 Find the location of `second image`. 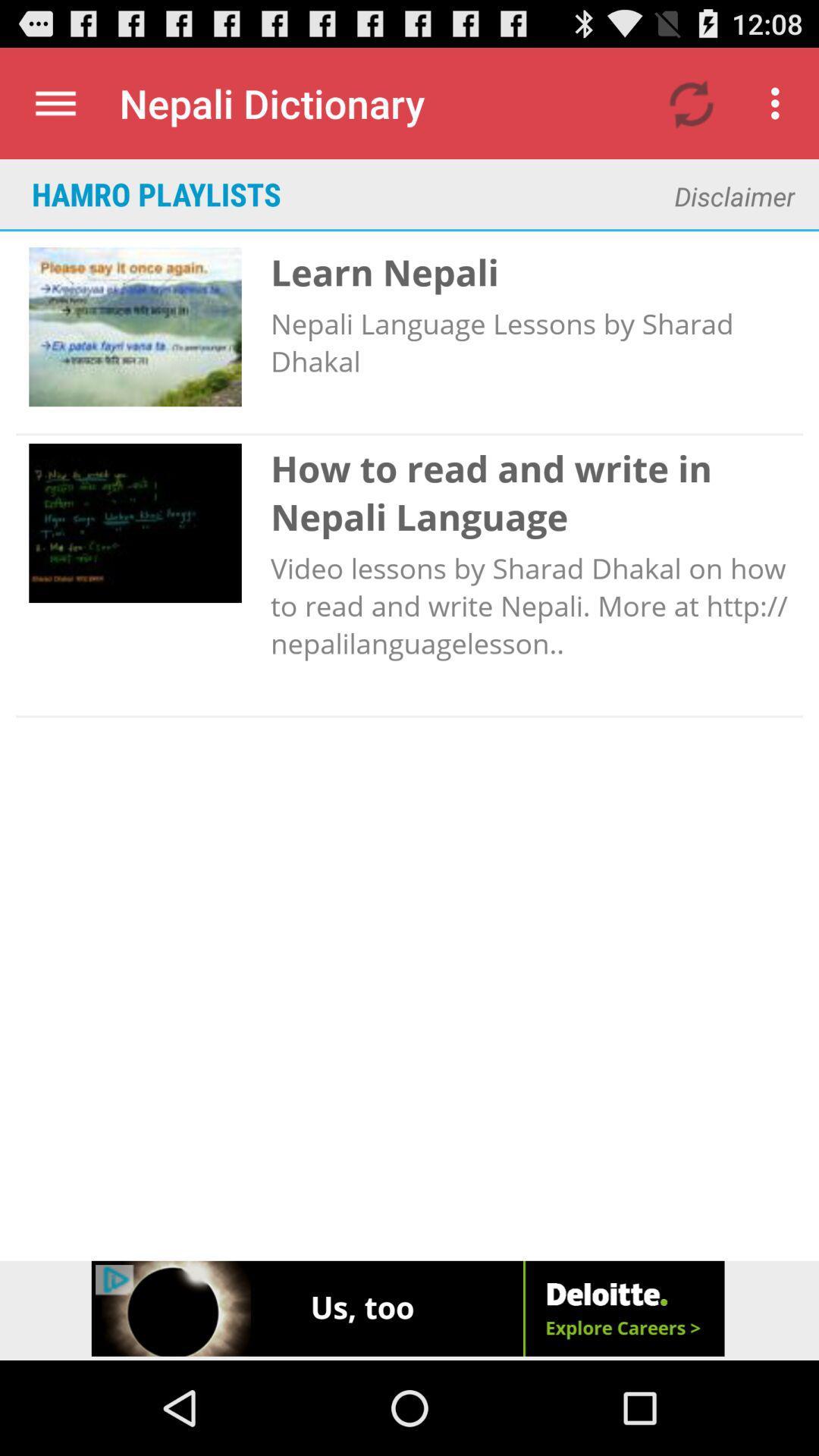

second image is located at coordinates (134, 523).